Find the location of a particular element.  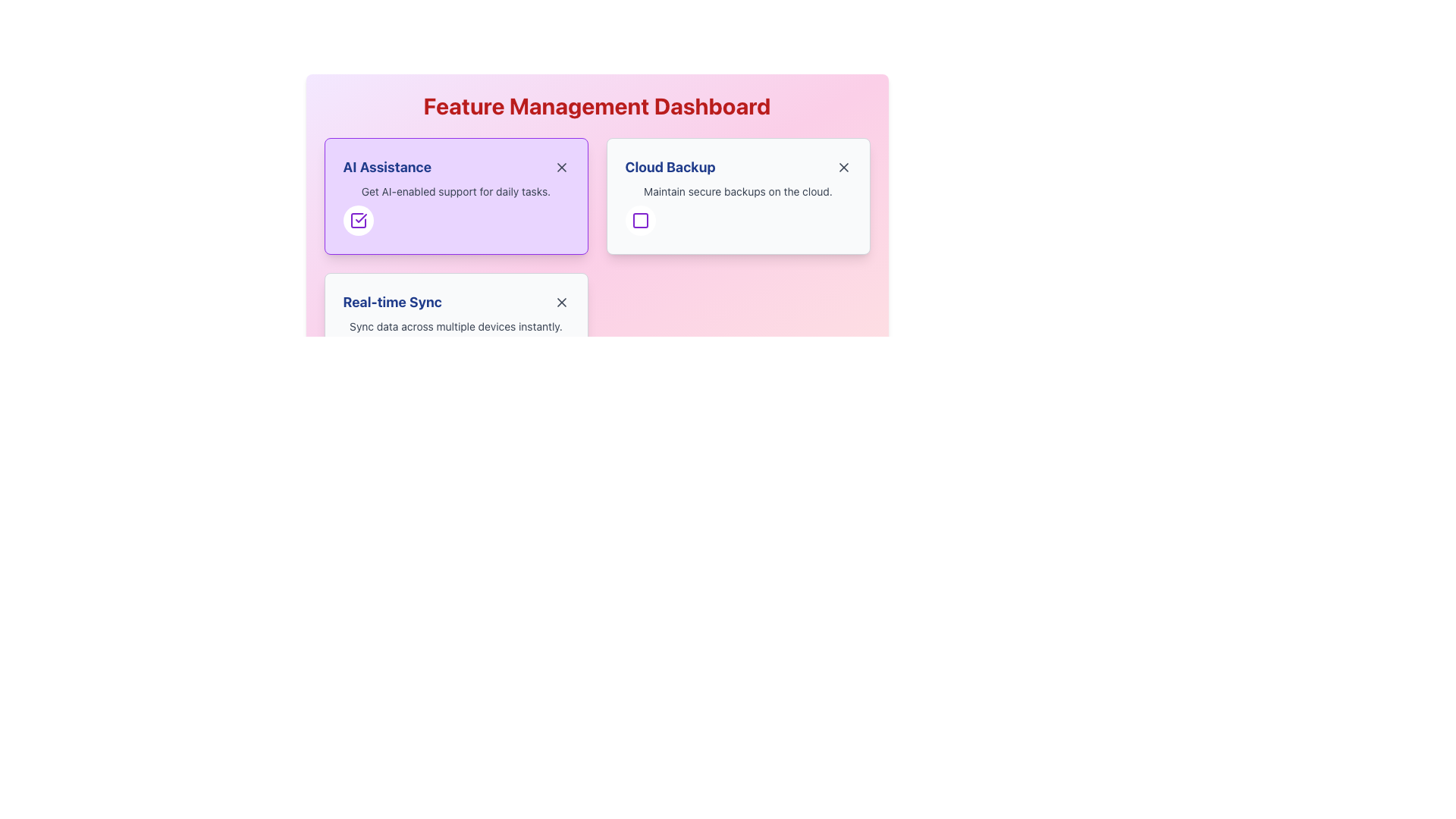

the decorative visual component within the 'Cloud Backup' feature section, located at the top right corner of the interface is located at coordinates (640, 220).